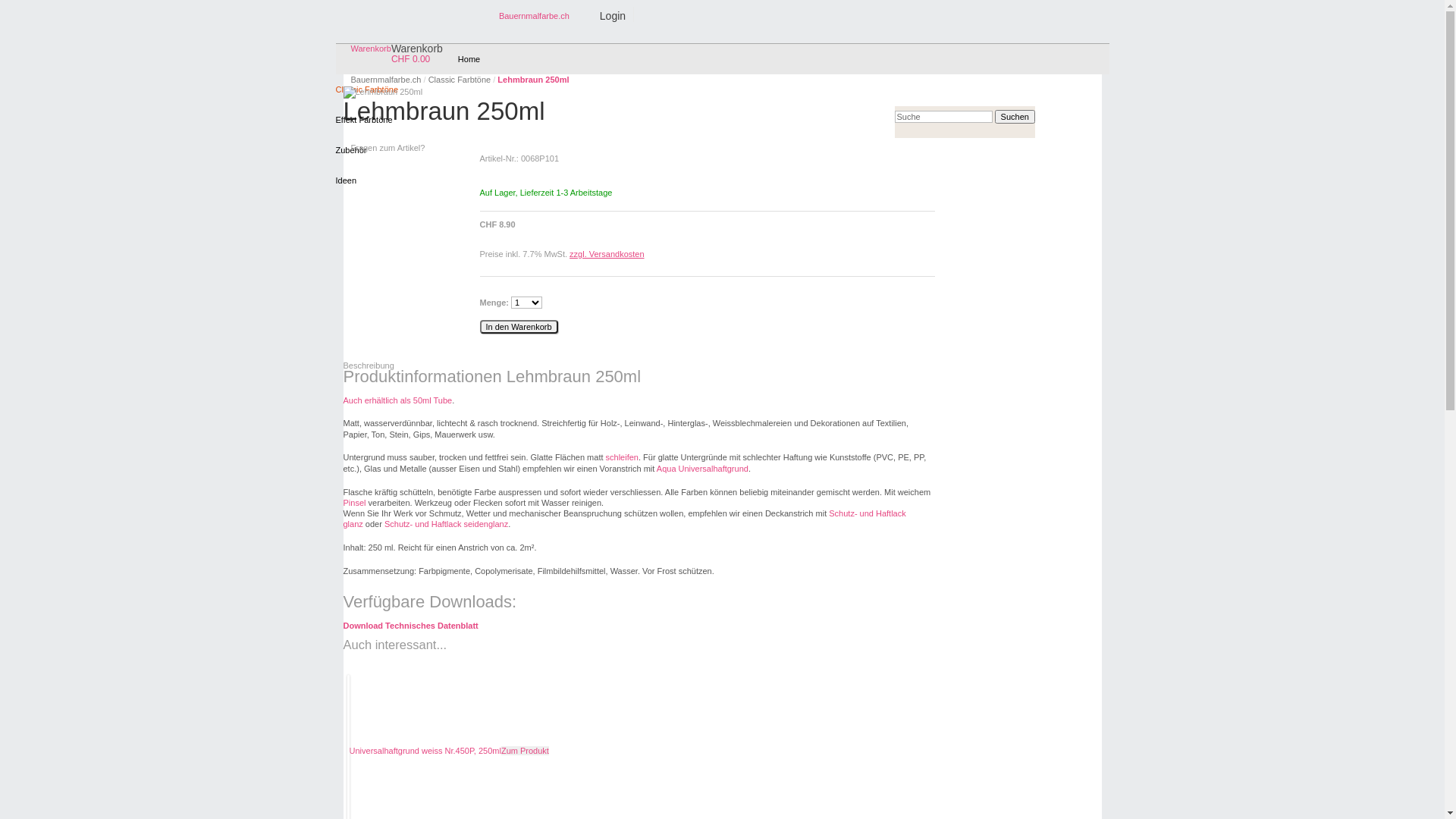 The height and width of the screenshot is (819, 1456). Describe the element at coordinates (468, 58) in the screenshot. I see `'Home'` at that location.